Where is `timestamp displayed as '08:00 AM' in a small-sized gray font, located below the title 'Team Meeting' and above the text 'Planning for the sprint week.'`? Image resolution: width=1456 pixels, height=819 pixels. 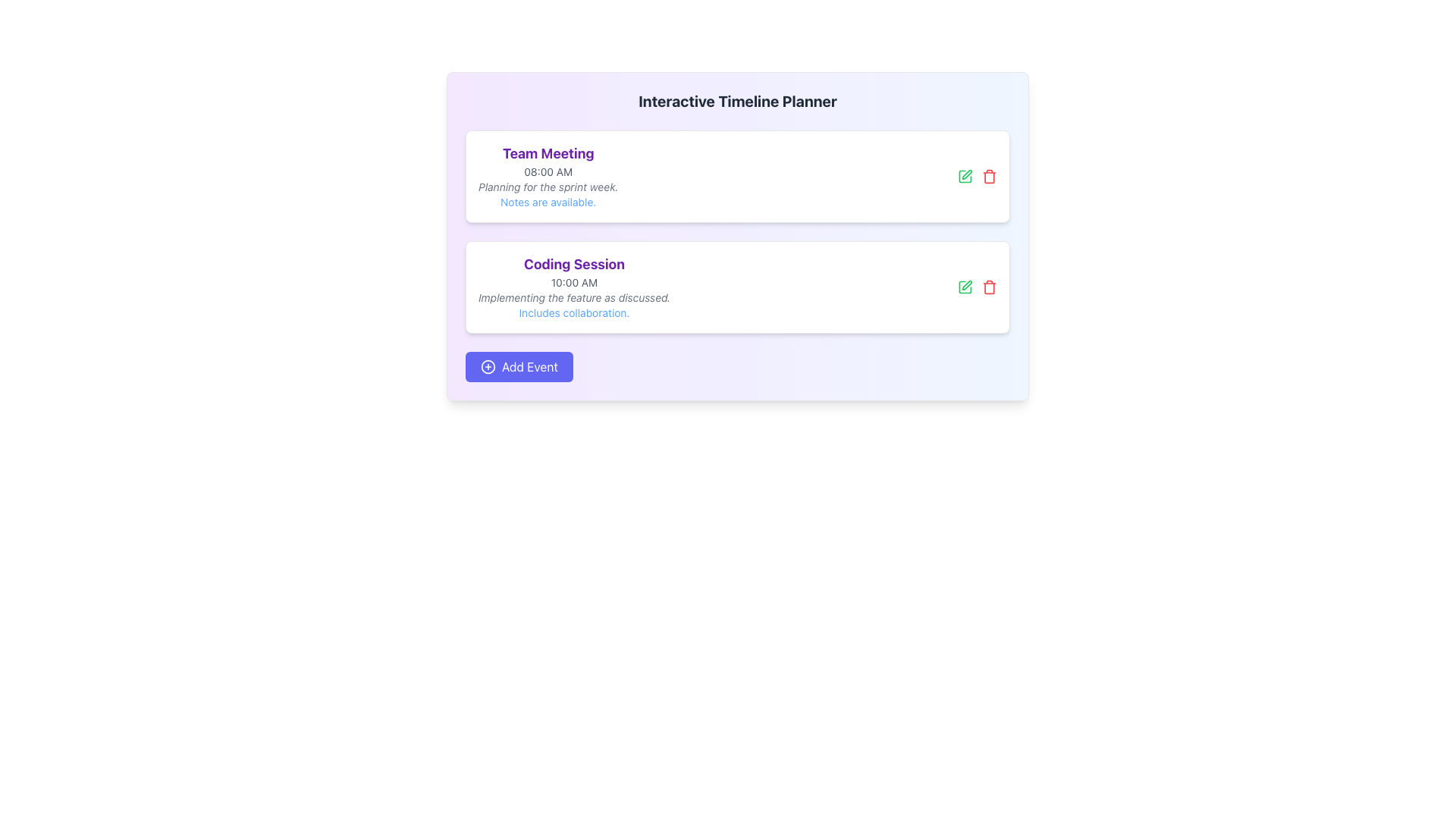 timestamp displayed as '08:00 AM' in a small-sized gray font, located below the title 'Team Meeting' and above the text 'Planning for the sprint week.' is located at coordinates (548, 171).